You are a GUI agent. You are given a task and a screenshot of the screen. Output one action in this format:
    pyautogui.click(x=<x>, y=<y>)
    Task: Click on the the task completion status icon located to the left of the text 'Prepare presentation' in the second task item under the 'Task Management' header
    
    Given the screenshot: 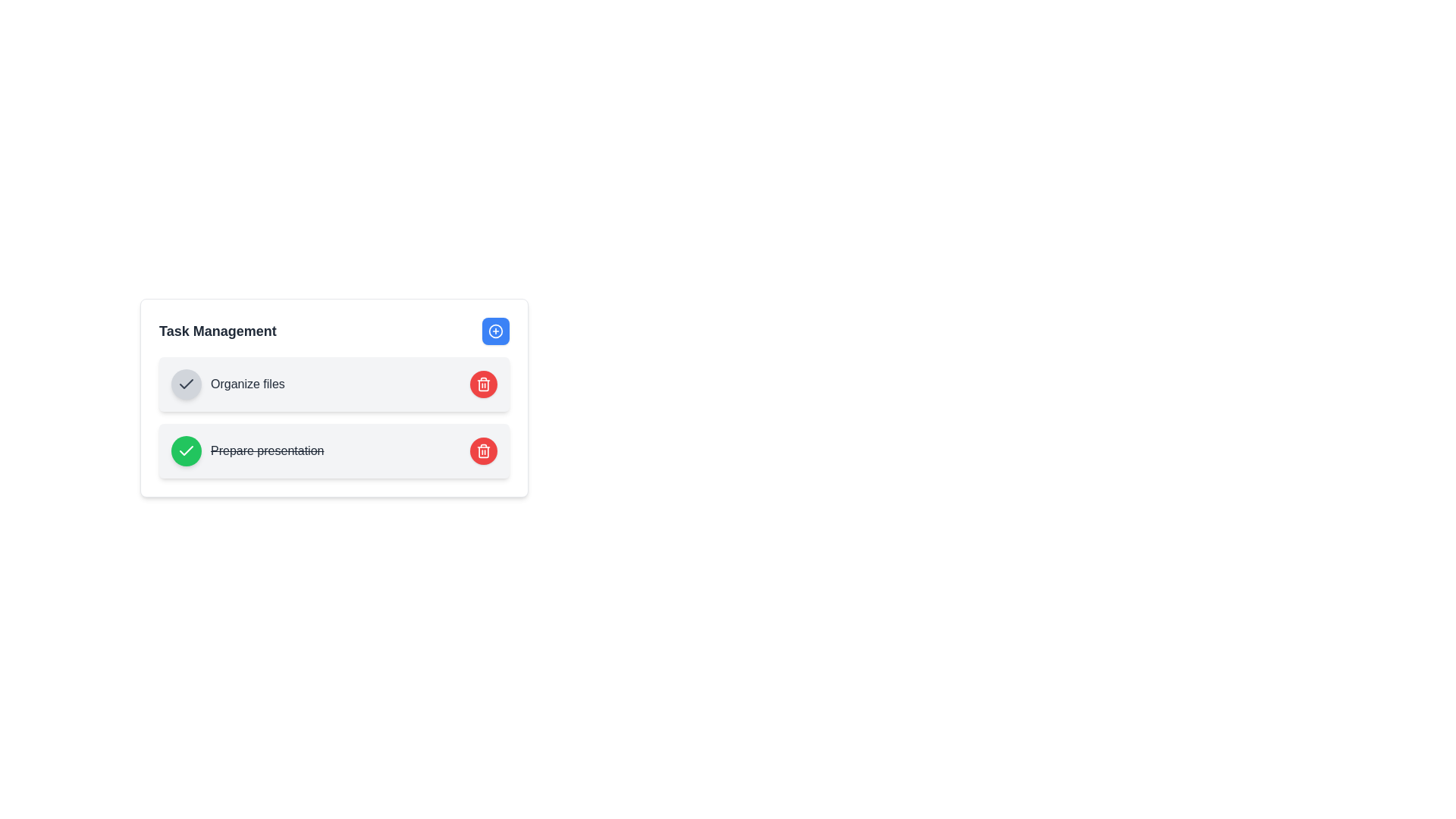 What is the action you would take?
    pyautogui.click(x=185, y=382)
    